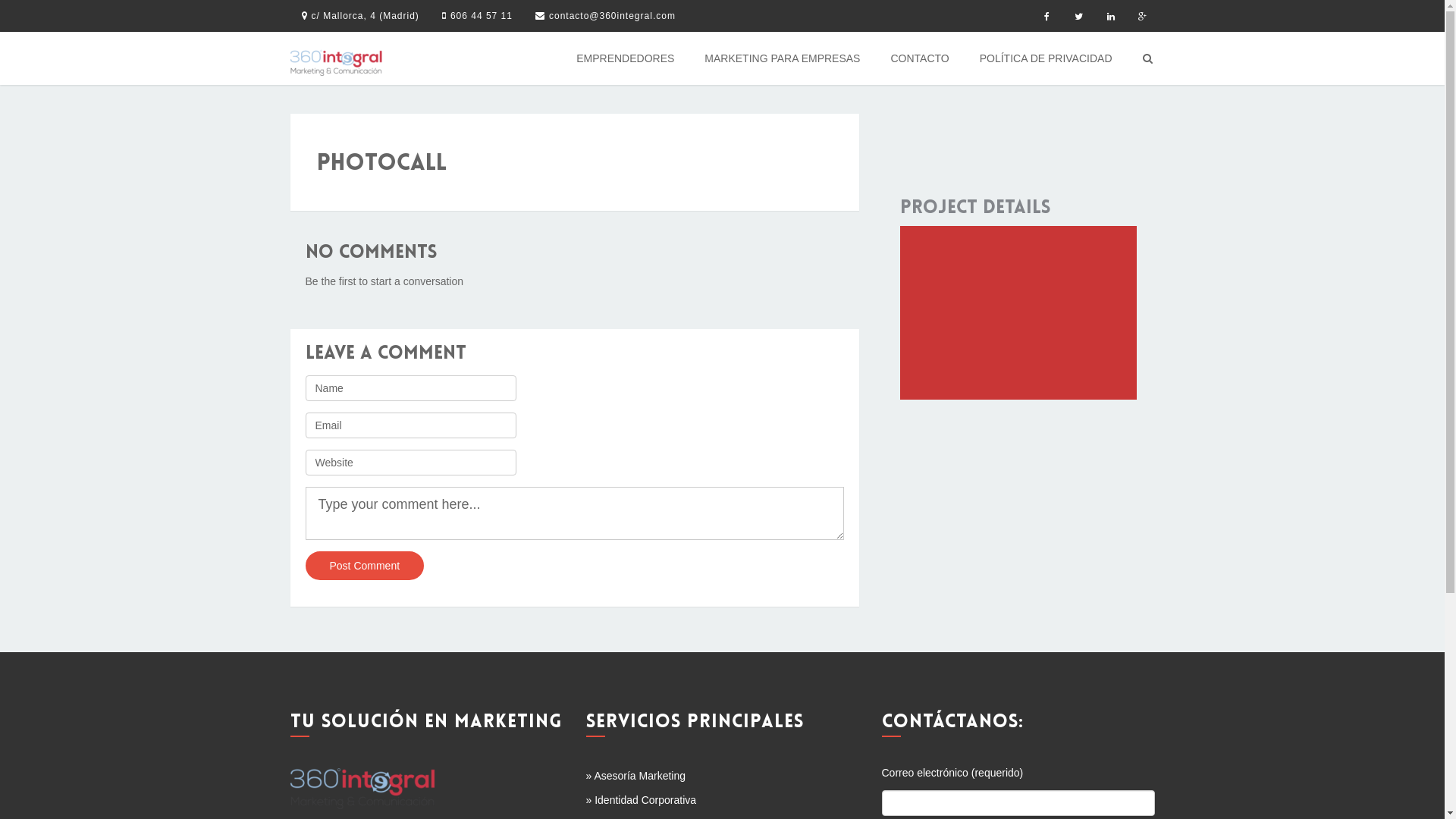  Describe the element at coordinates (364, 565) in the screenshot. I see `'Post Comment'` at that location.